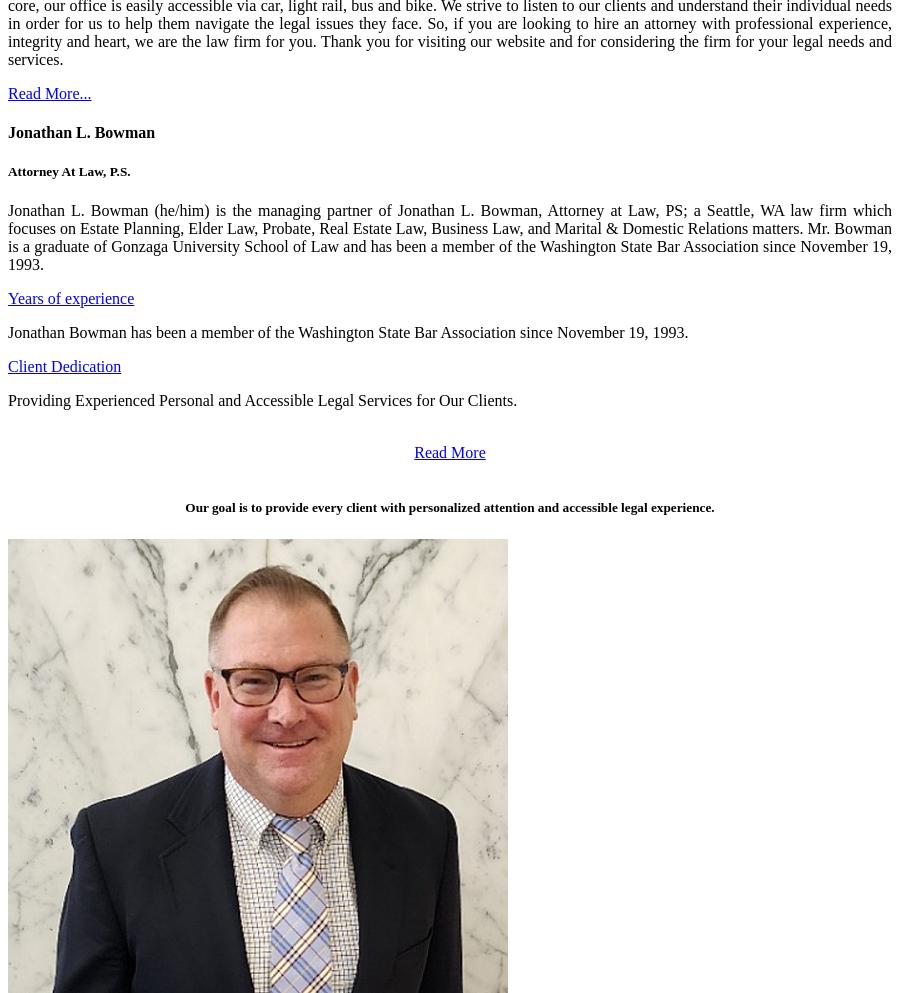  What do you see at coordinates (449, 452) in the screenshot?
I see `'Read More'` at bounding box center [449, 452].